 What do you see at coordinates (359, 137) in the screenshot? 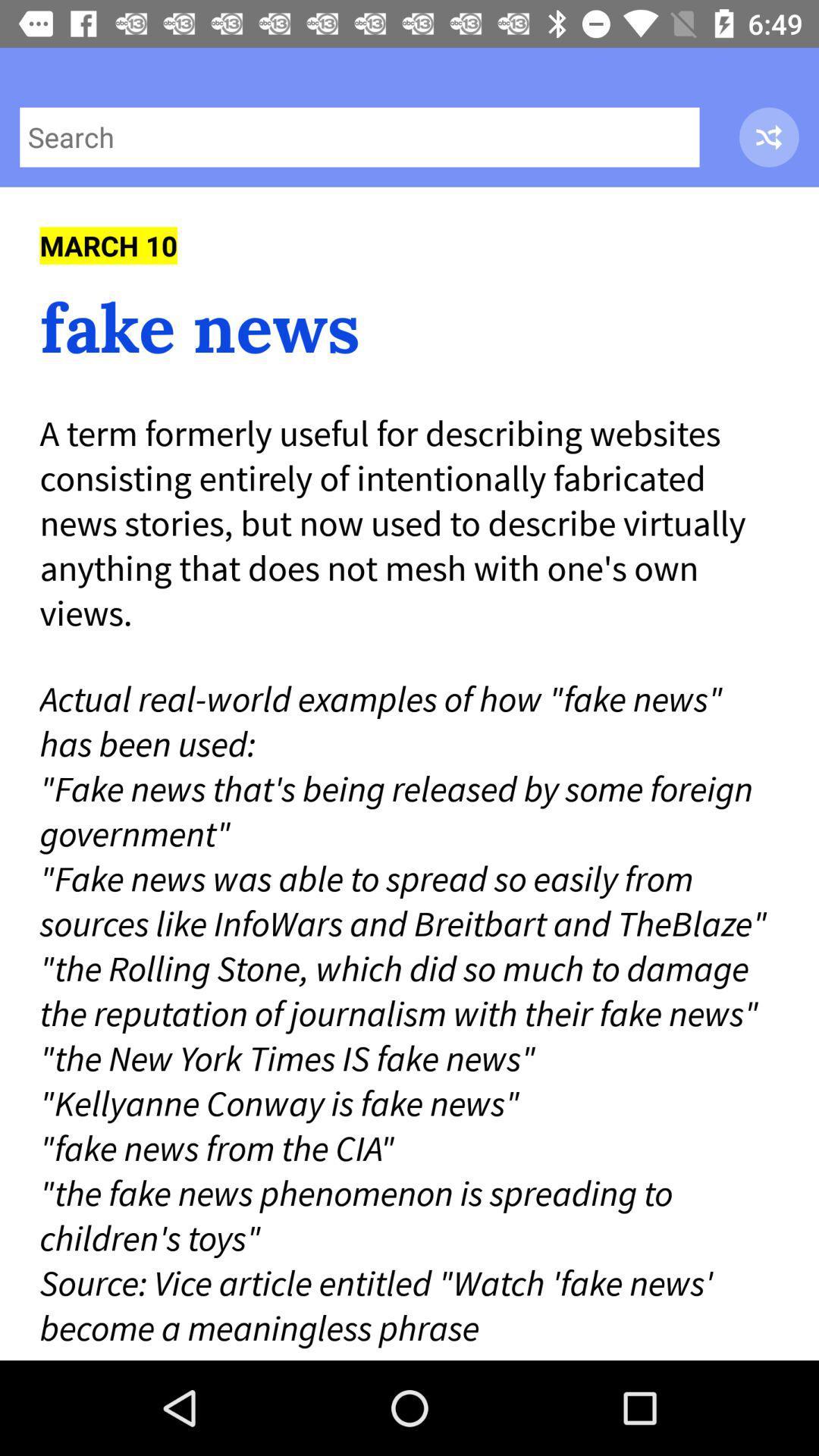
I see `search the website` at bounding box center [359, 137].